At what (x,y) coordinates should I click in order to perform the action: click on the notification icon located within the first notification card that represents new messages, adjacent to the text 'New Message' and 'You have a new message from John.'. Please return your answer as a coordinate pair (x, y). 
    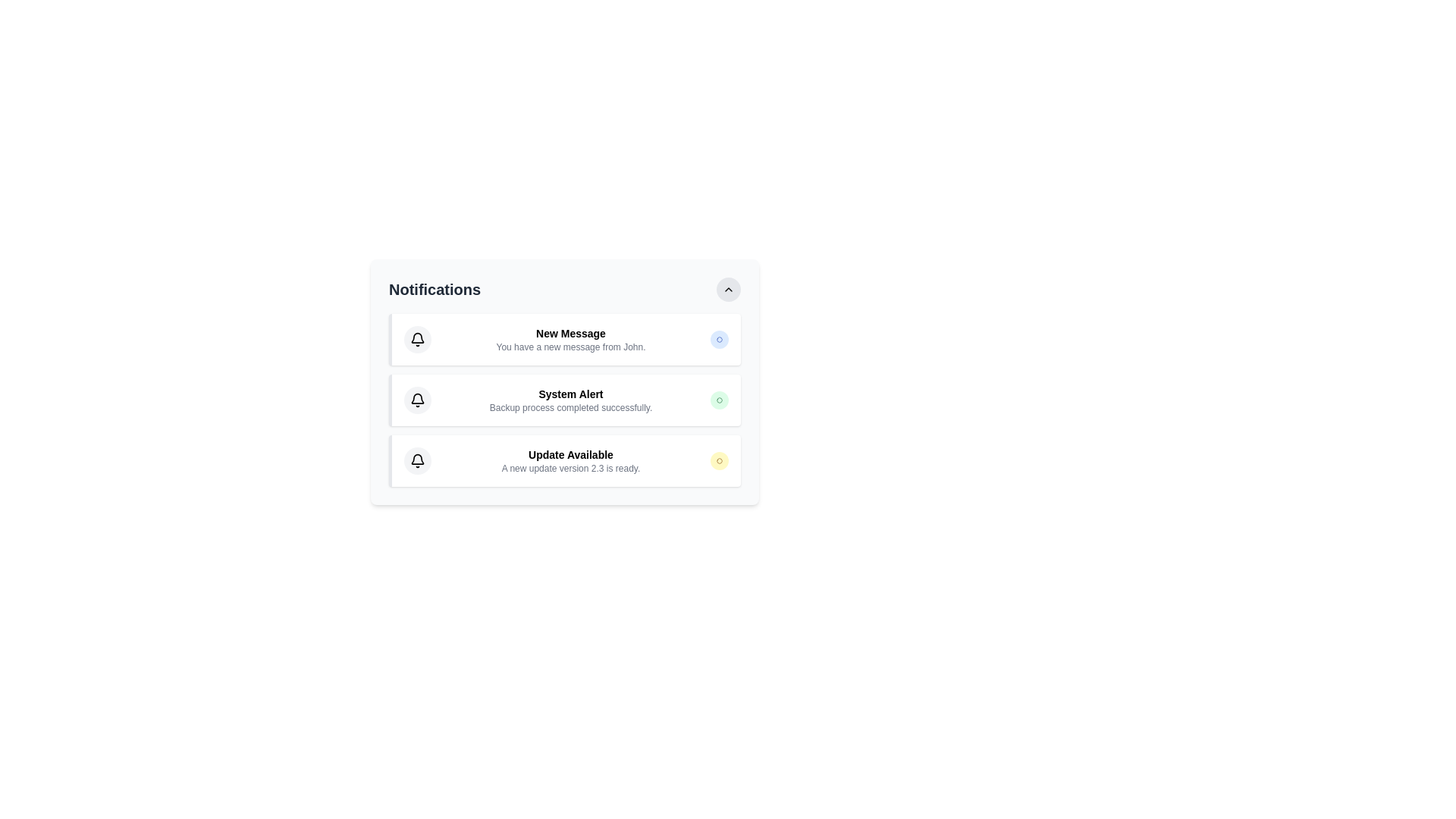
    Looking at the image, I should click on (418, 338).